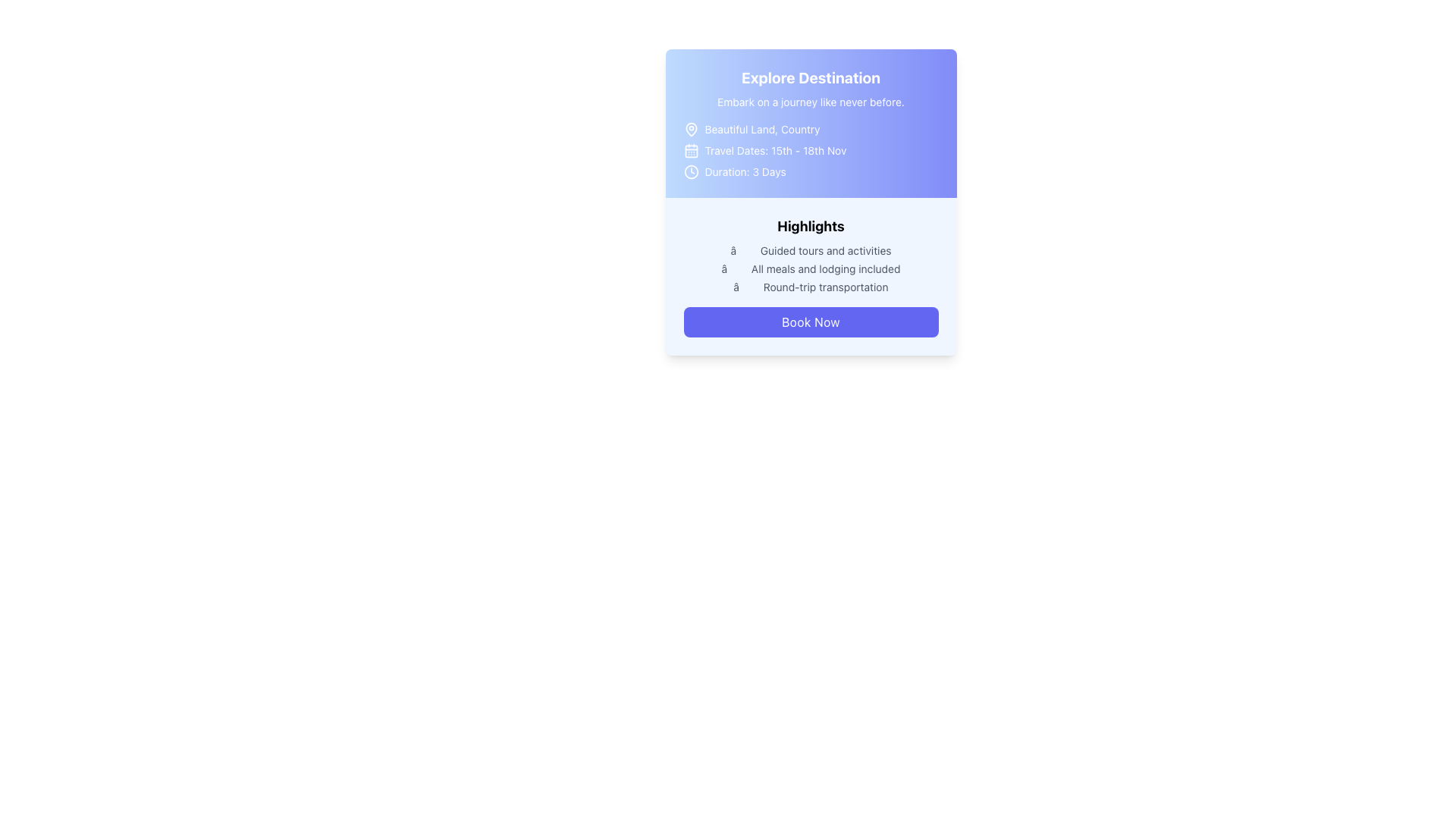 The height and width of the screenshot is (819, 1456). Describe the element at coordinates (810, 321) in the screenshot. I see `the 'Book Now' button, which is a rectangular element with a purple background and white bold text, located at the bottom of a card layout` at that location.